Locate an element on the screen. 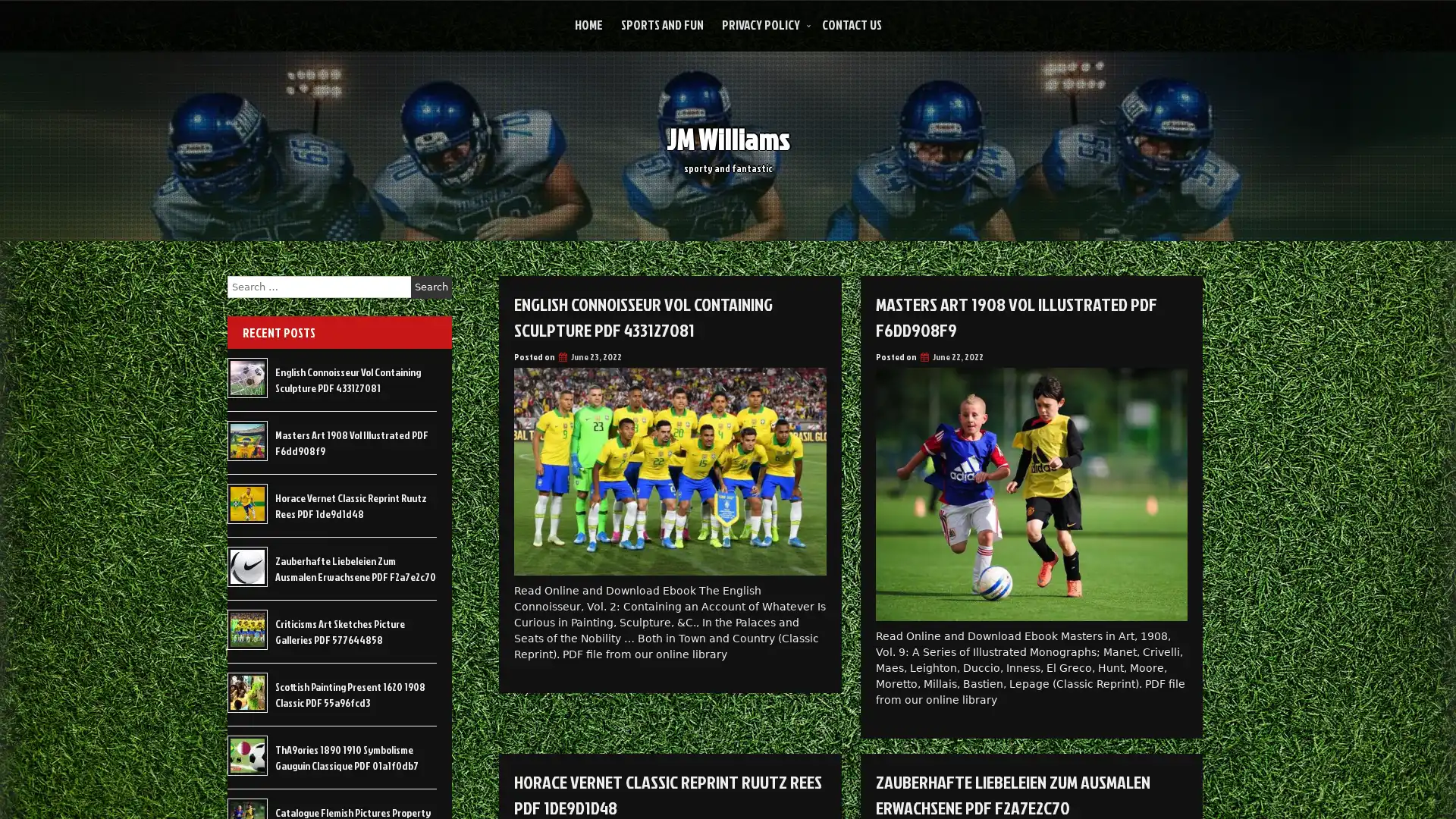 This screenshot has height=819, width=1456. Search is located at coordinates (431, 287).